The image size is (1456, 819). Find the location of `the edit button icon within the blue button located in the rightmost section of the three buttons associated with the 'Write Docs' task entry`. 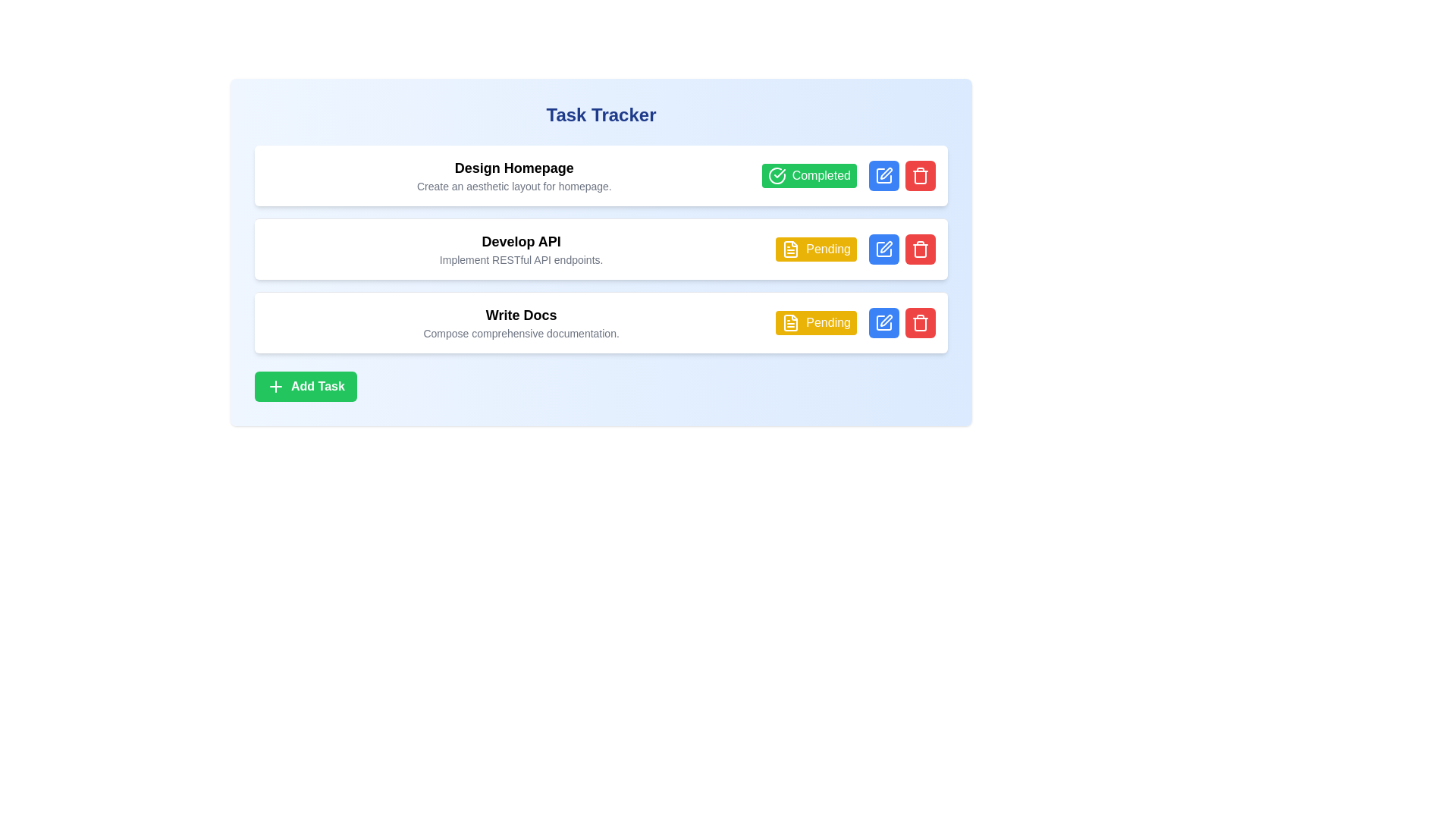

the edit button icon within the blue button located in the rightmost section of the three buttons associated with the 'Write Docs' task entry is located at coordinates (884, 322).